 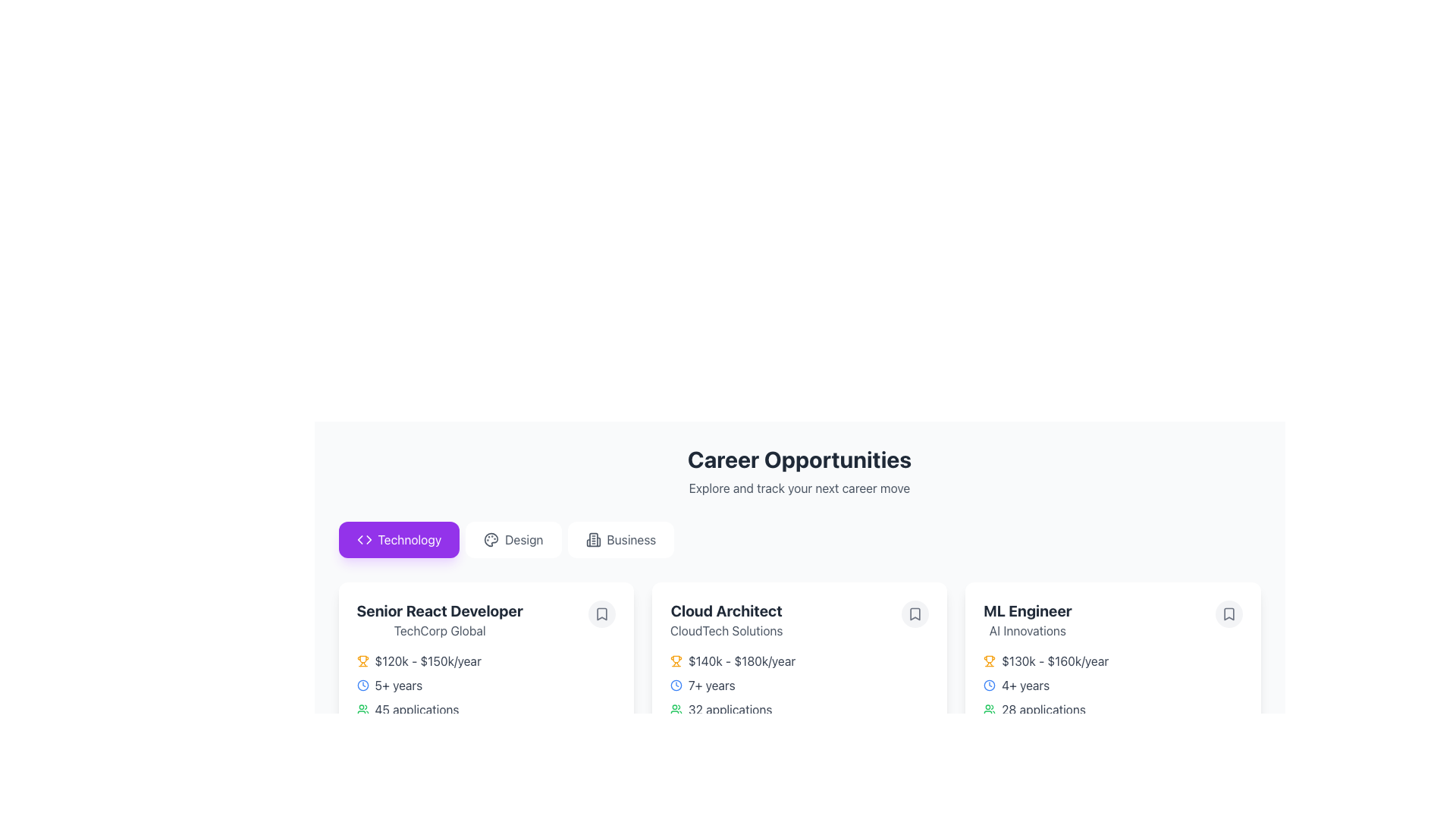 I want to click on the text label that displays the required years of experience for the Senior React Developer job posting, located in the middle of the job card, so click(x=398, y=685).